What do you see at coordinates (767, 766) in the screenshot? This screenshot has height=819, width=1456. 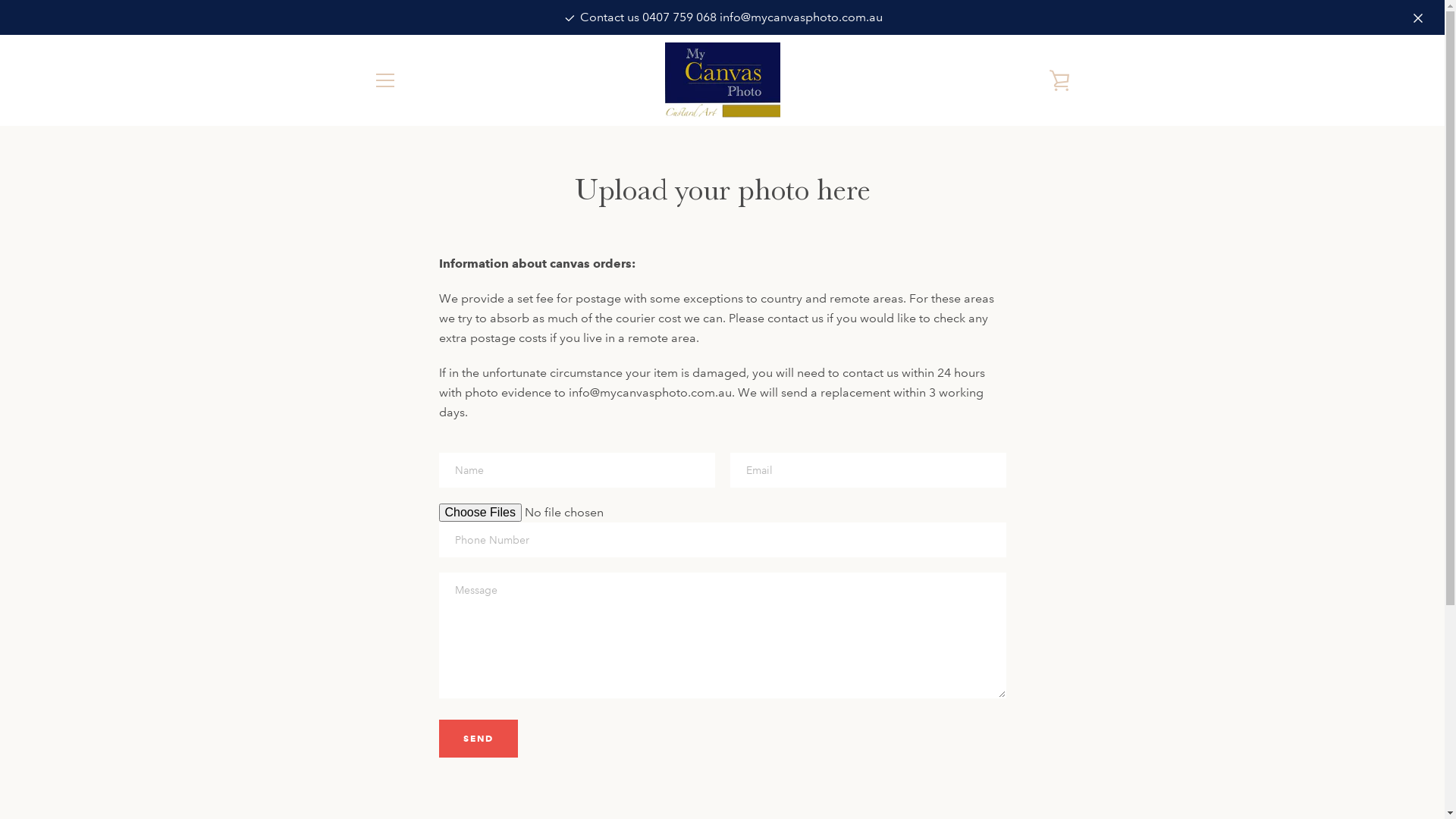 I see `'Powered by Shopify'` at bounding box center [767, 766].